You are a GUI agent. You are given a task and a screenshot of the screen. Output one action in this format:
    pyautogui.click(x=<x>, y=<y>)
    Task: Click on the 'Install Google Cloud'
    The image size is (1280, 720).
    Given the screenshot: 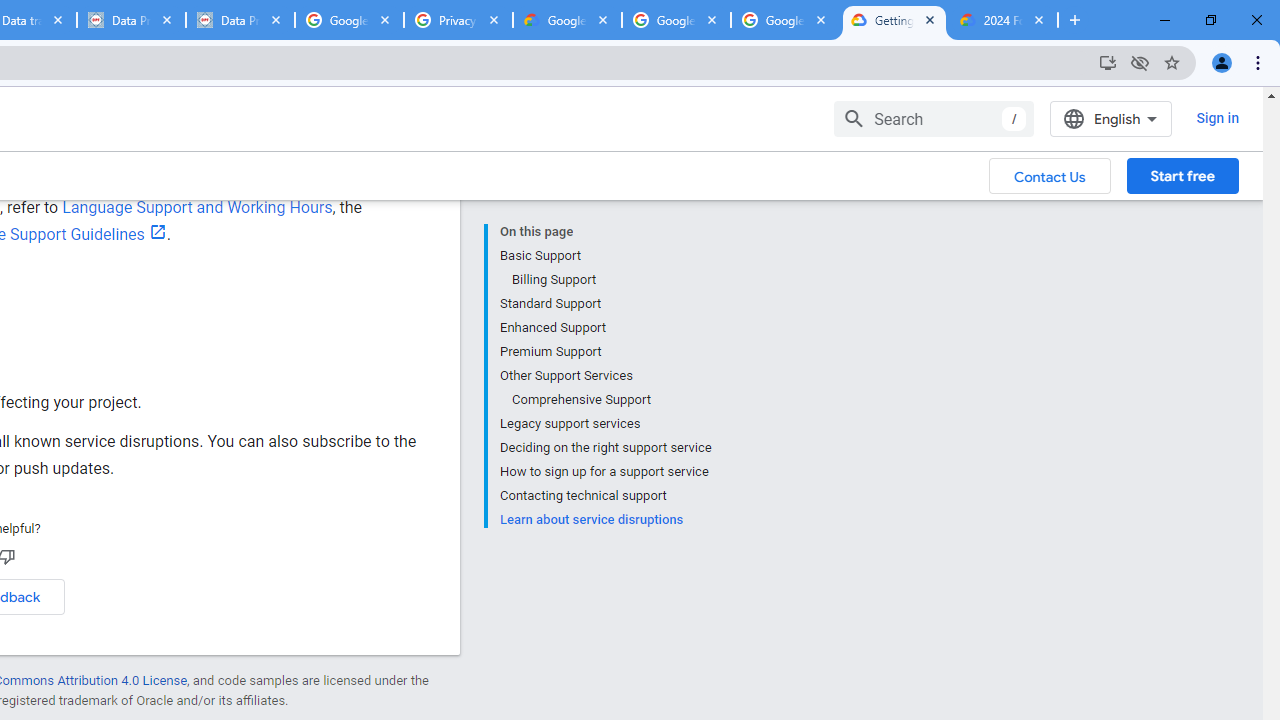 What is the action you would take?
    pyautogui.click(x=1106, y=61)
    